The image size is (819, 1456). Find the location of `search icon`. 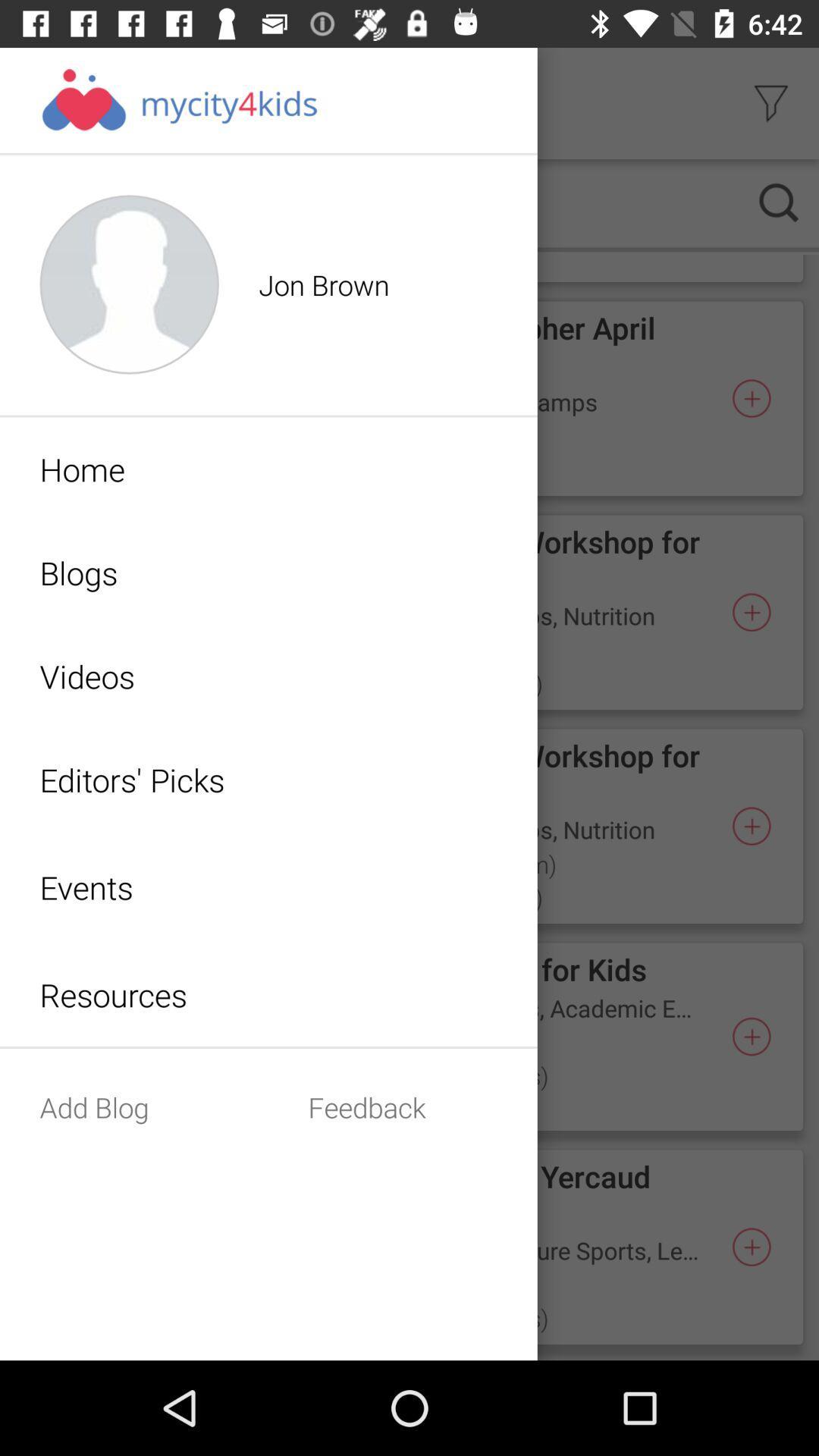

search icon is located at coordinates (779, 202).